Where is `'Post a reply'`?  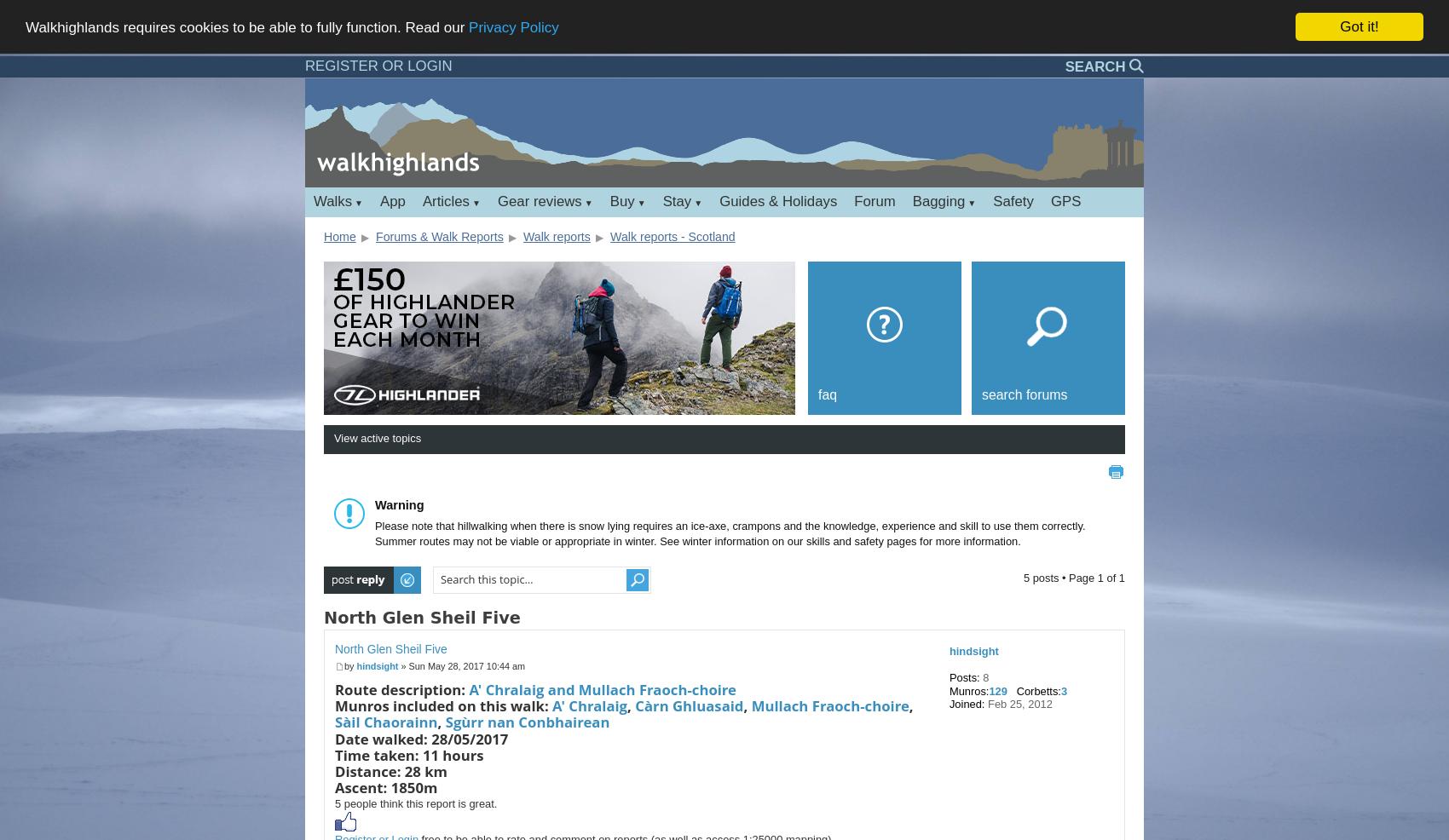
'Post a reply' is located at coordinates (351, 572).